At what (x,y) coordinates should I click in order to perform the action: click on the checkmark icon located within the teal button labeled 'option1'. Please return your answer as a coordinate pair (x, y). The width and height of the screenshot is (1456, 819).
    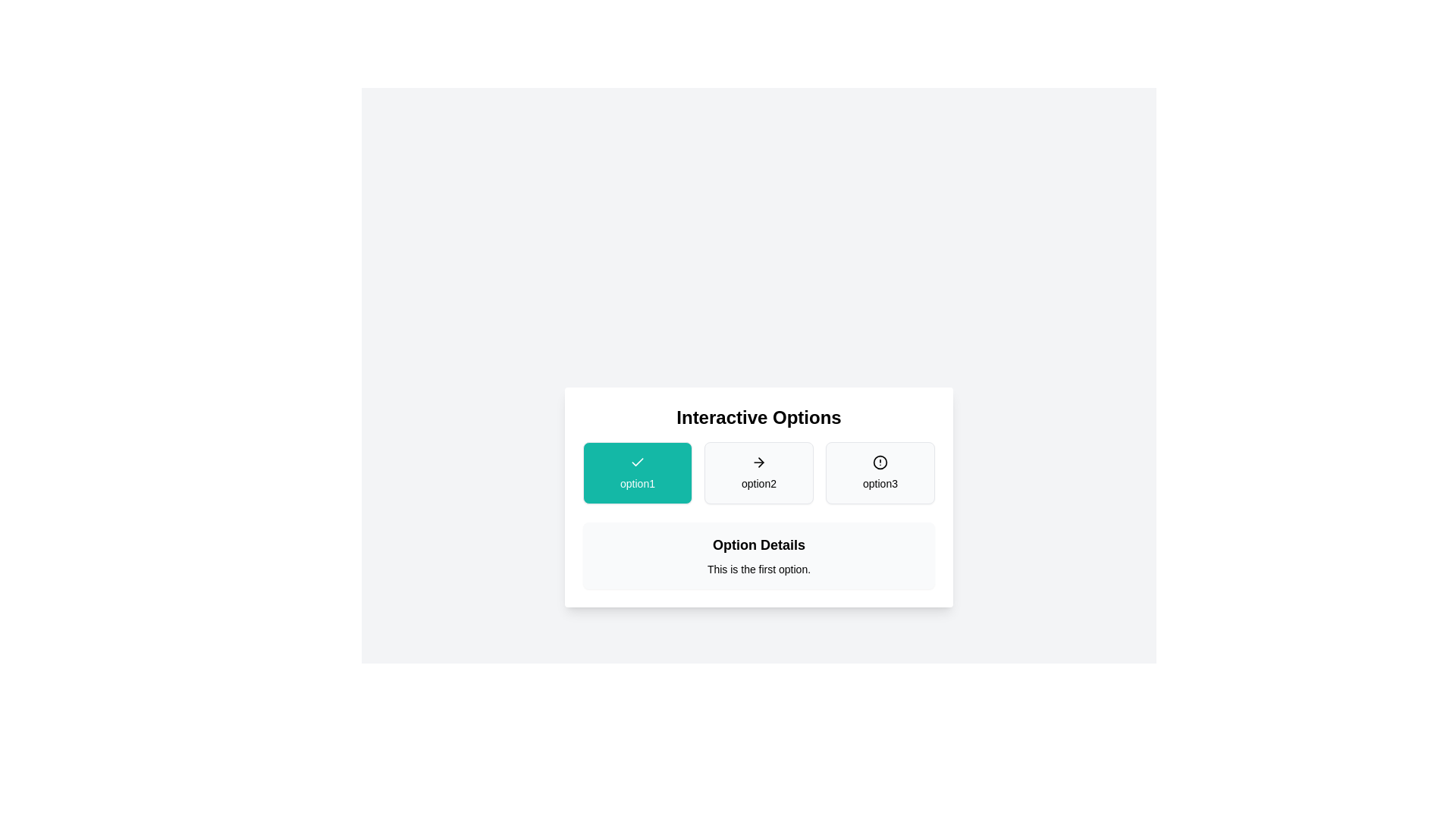
    Looking at the image, I should click on (637, 461).